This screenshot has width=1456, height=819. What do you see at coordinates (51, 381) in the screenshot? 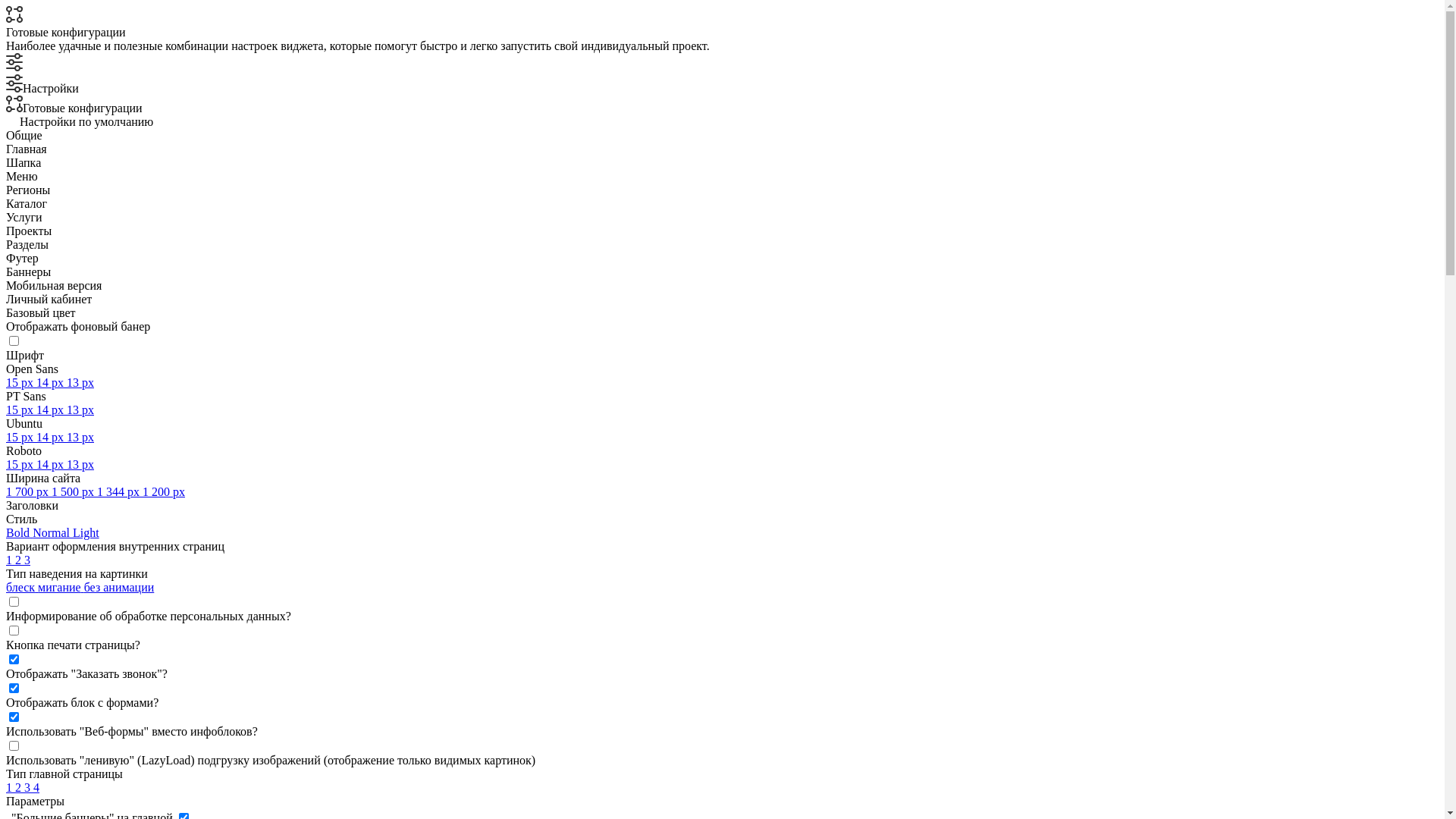
I see `'14 px'` at bounding box center [51, 381].